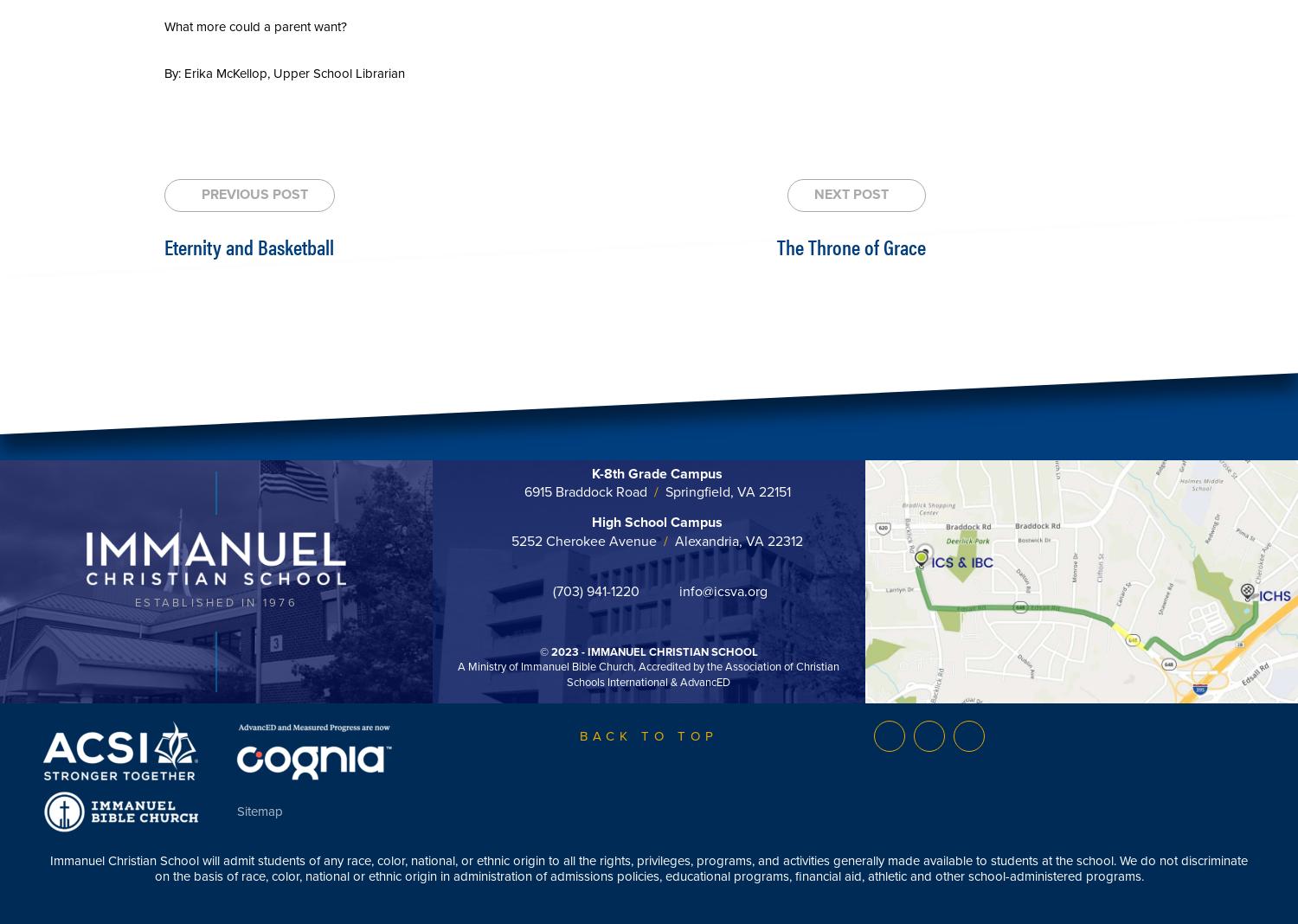 The image size is (1298, 924). I want to click on 'The Throne of Grace', so click(849, 244).